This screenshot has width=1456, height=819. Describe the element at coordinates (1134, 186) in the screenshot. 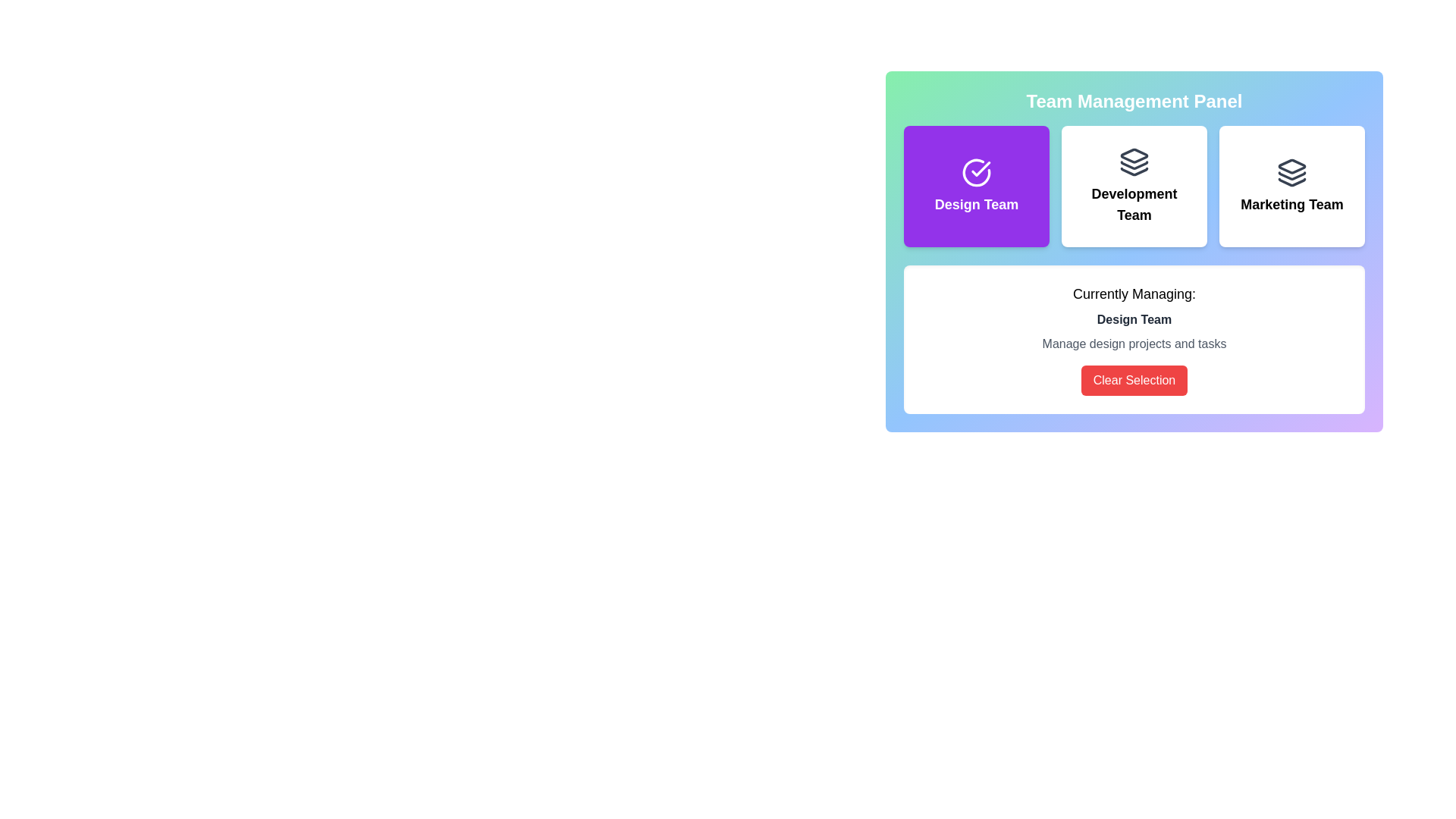

I see `the 'Development Team' button` at that location.